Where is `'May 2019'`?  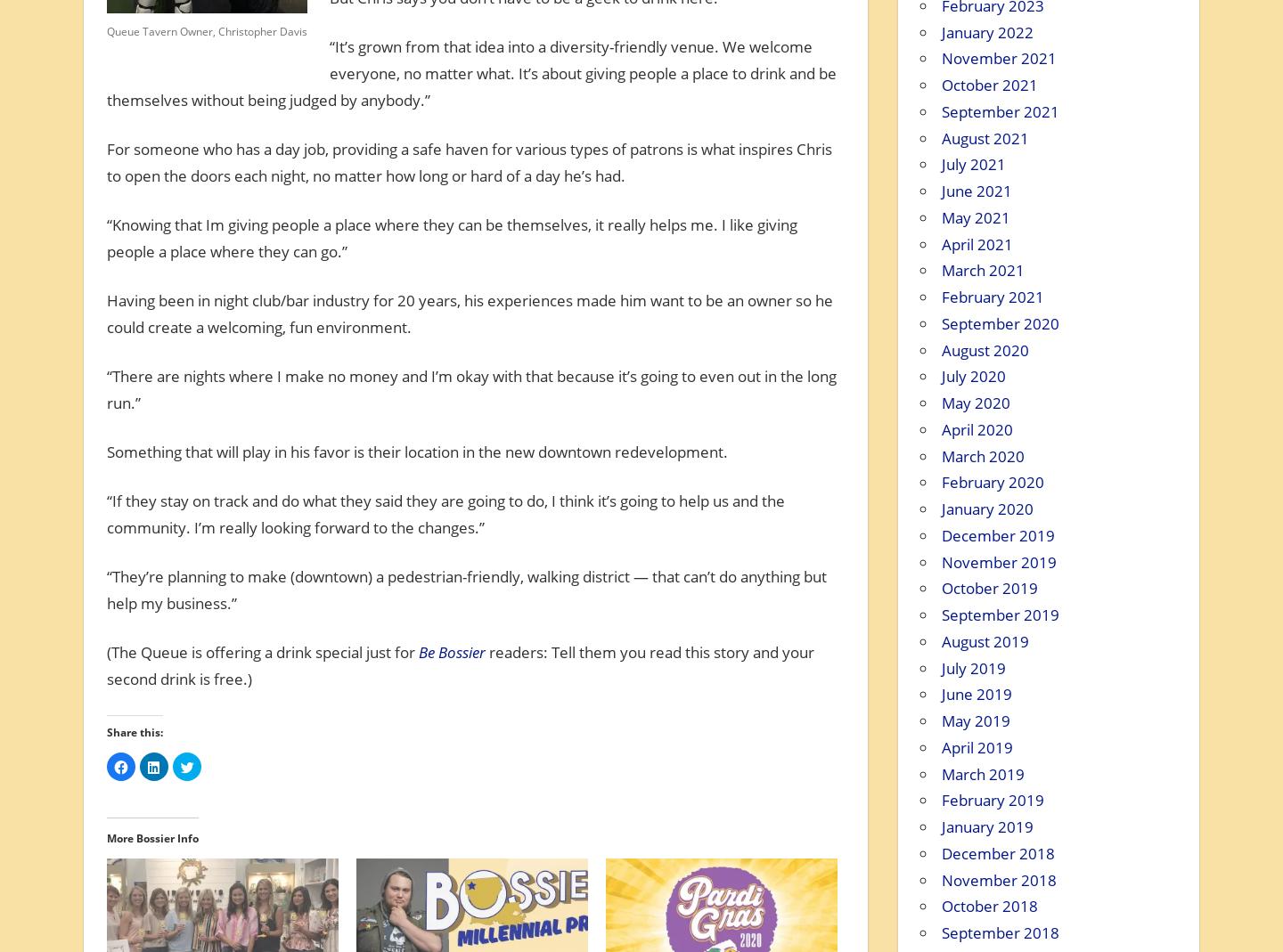 'May 2019' is located at coordinates (975, 720).